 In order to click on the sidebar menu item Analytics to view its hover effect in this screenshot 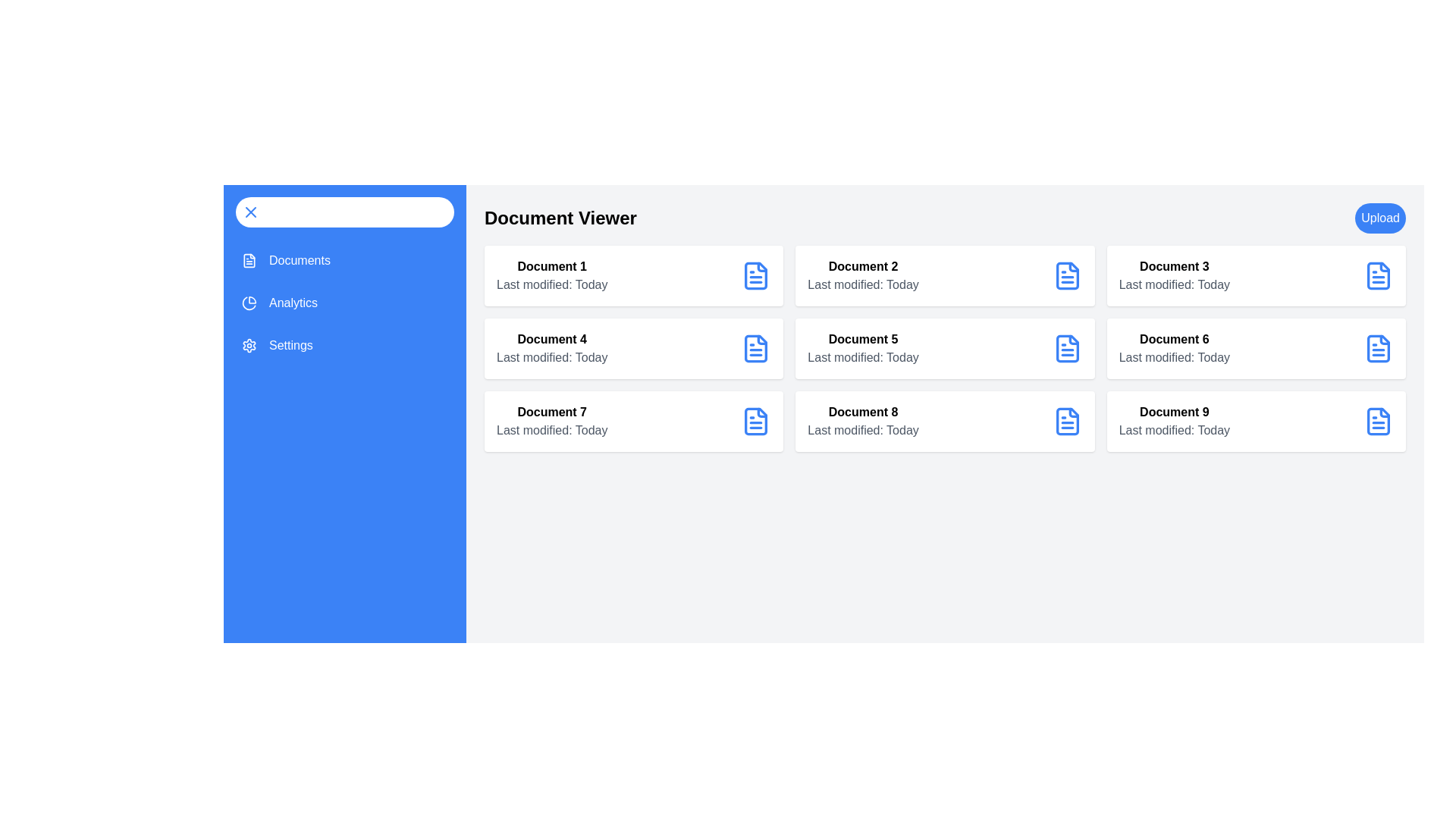, I will do `click(344, 303)`.